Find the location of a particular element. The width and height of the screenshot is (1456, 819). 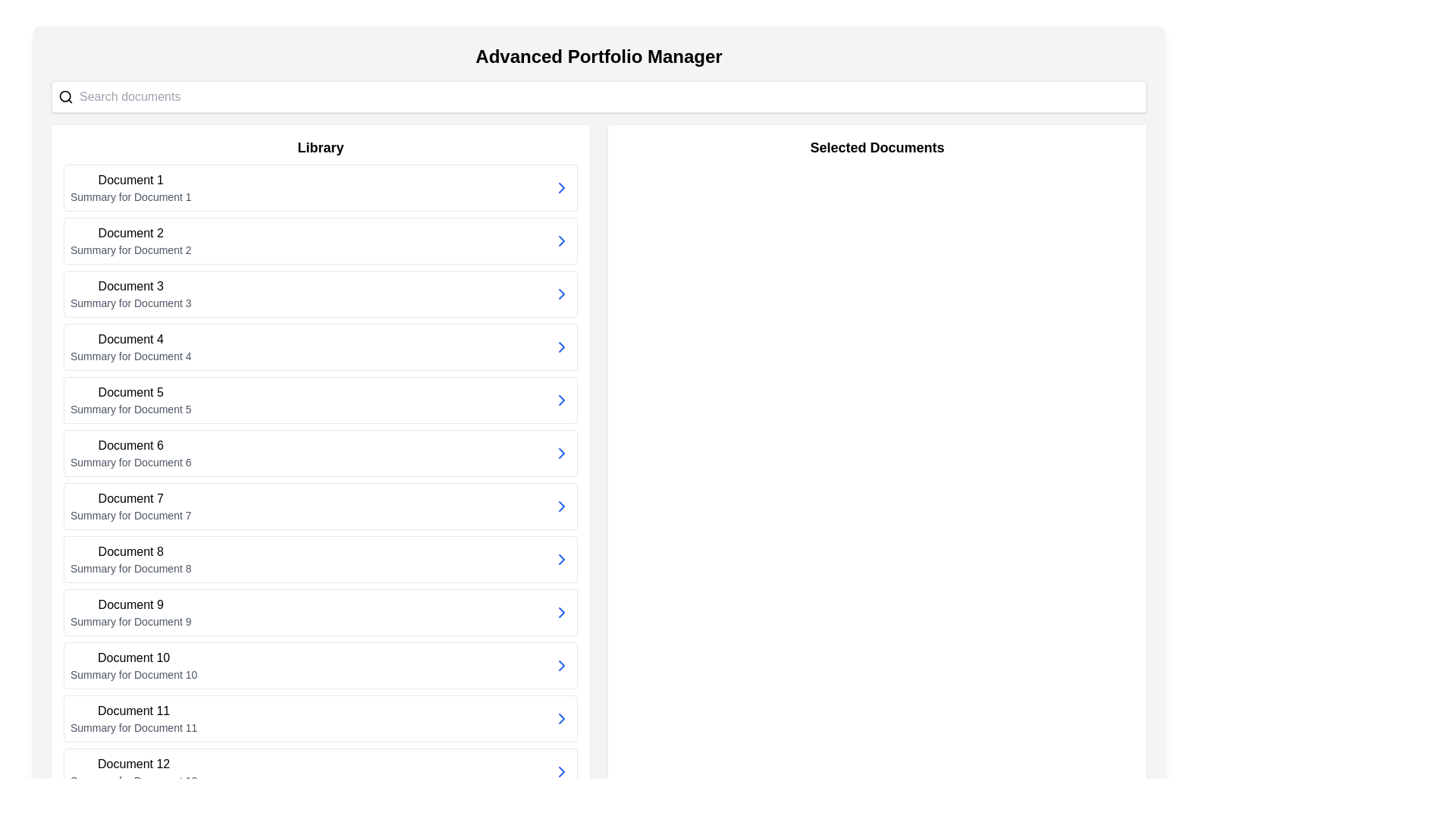

the indicator icon located in the right-hand side of the first document entry in the 'Library' section is located at coordinates (560, 187).